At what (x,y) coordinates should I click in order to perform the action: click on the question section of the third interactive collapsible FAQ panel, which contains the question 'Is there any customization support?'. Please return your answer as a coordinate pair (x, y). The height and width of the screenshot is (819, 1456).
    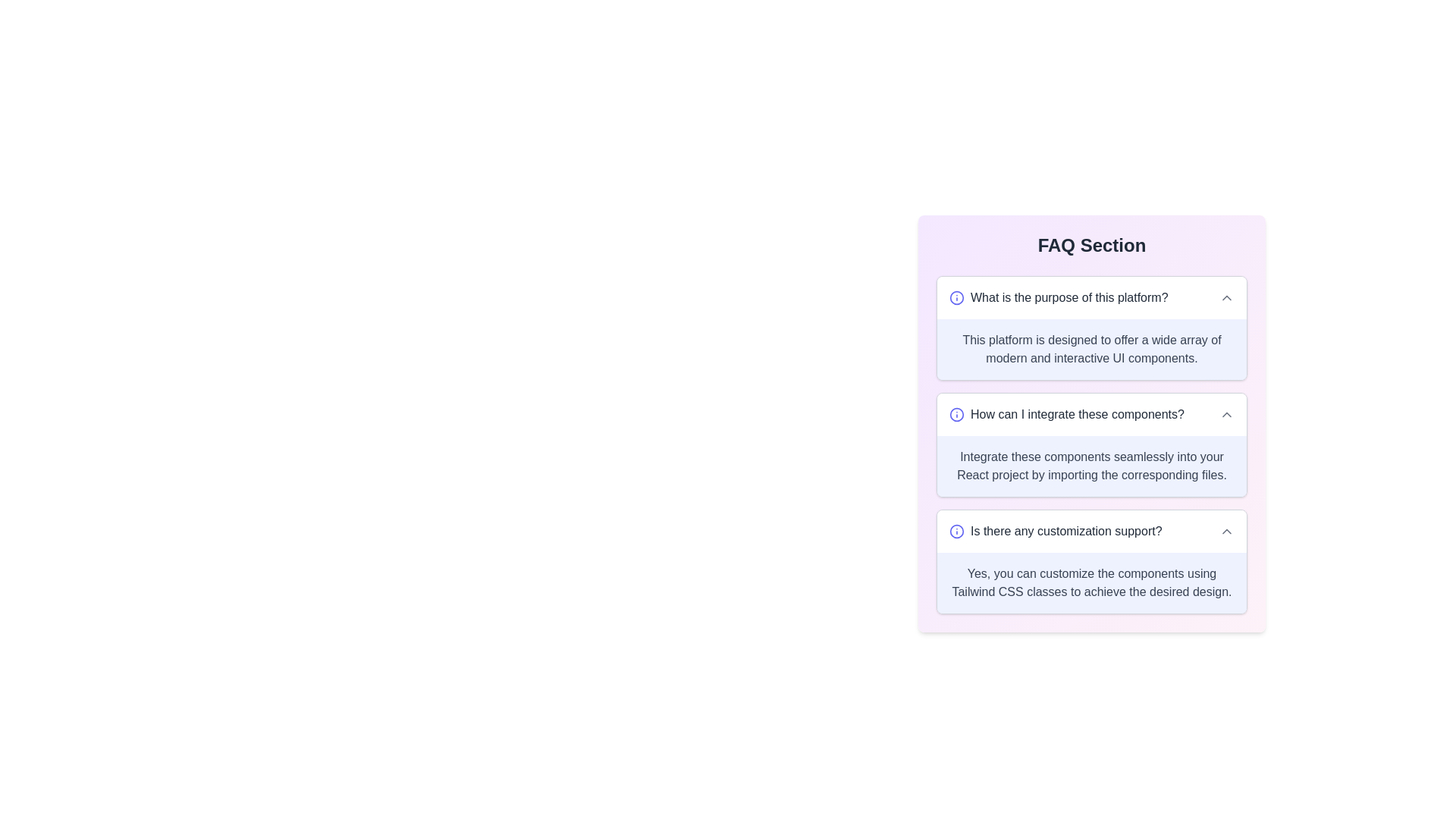
    Looking at the image, I should click on (1092, 561).